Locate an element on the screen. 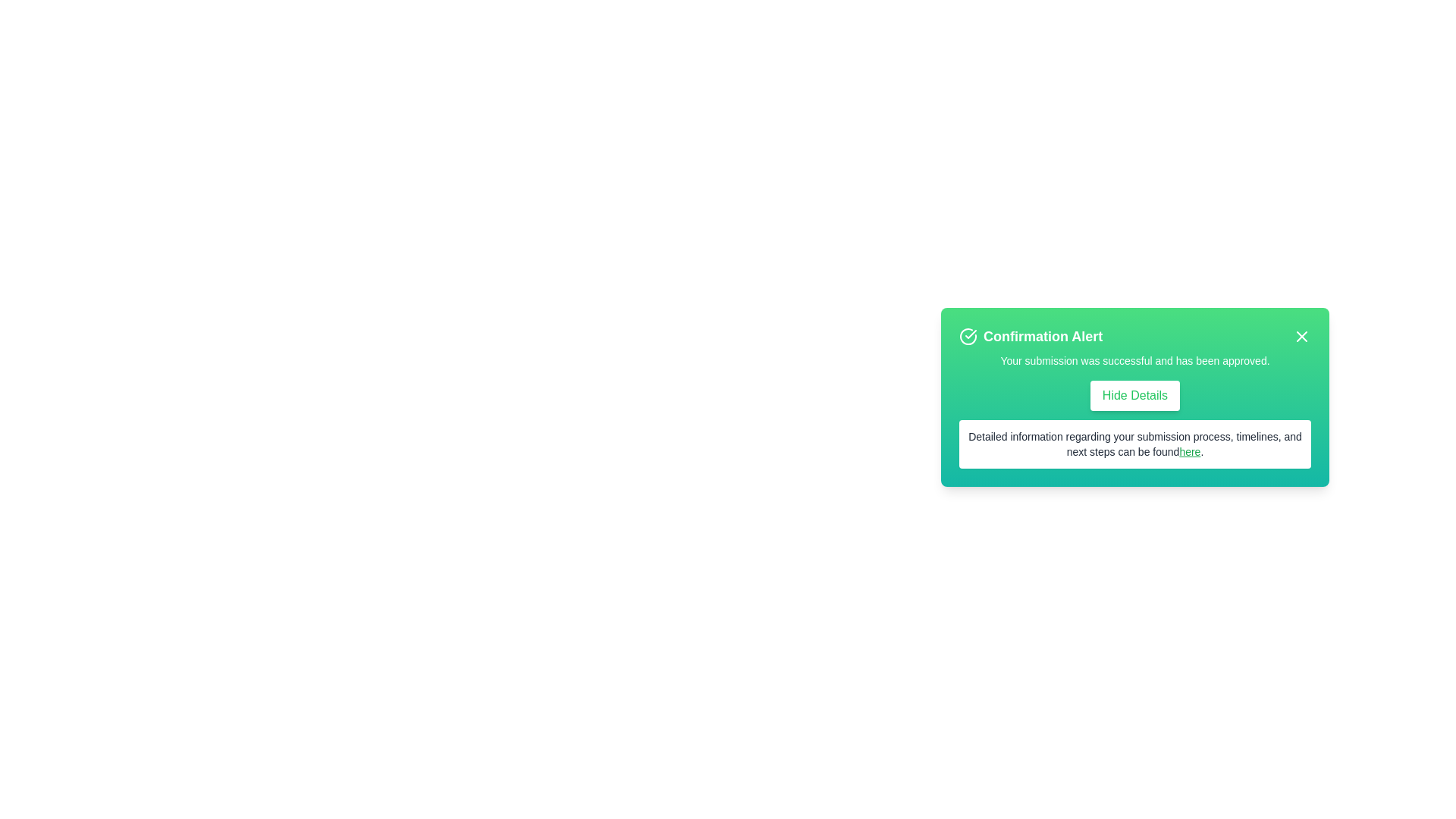 The image size is (1456, 819). the close button to dismiss the alert is located at coordinates (1301, 335).